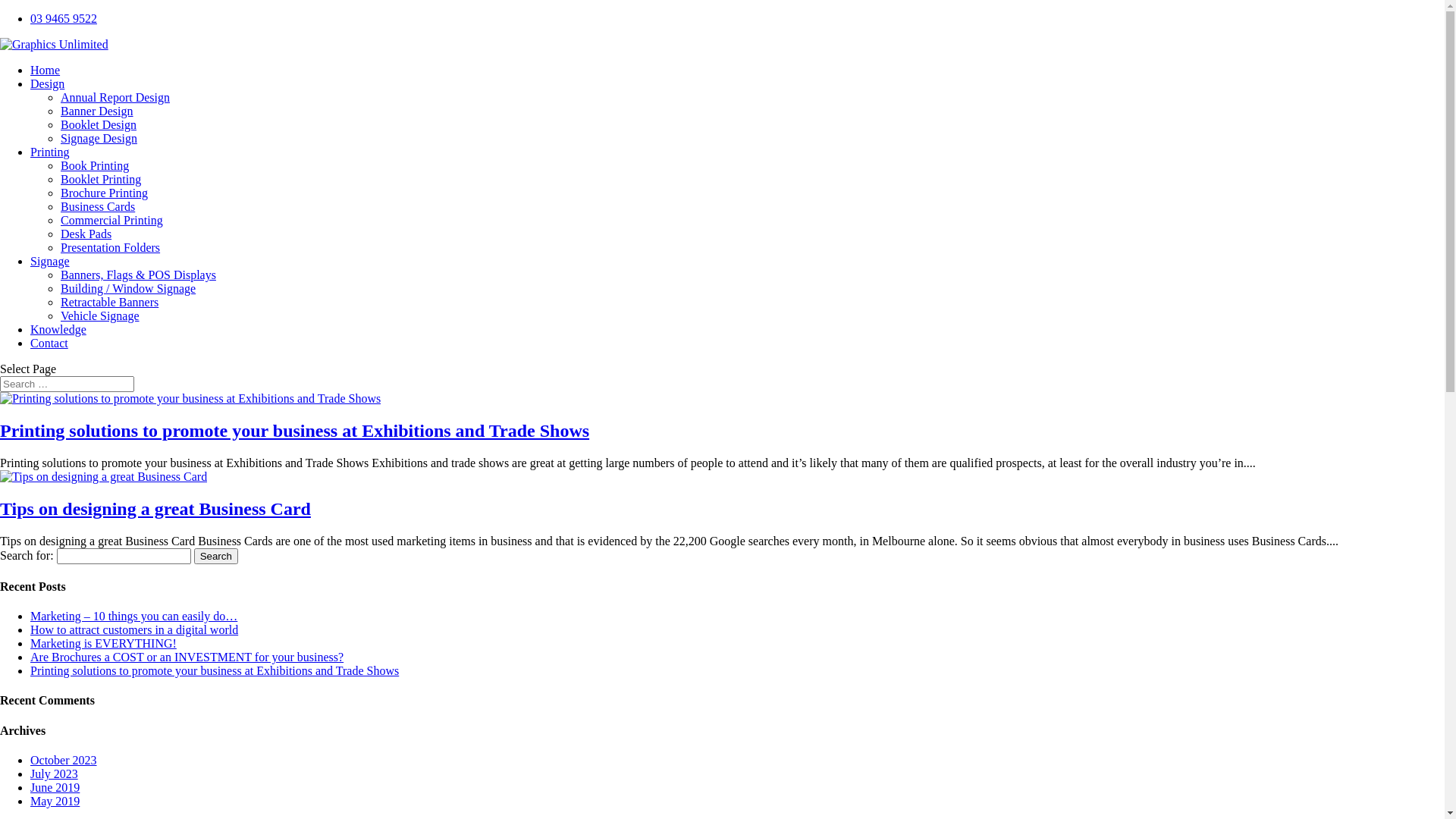  Describe the element at coordinates (62, 760) in the screenshot. I see `'October 2023'` at that location.